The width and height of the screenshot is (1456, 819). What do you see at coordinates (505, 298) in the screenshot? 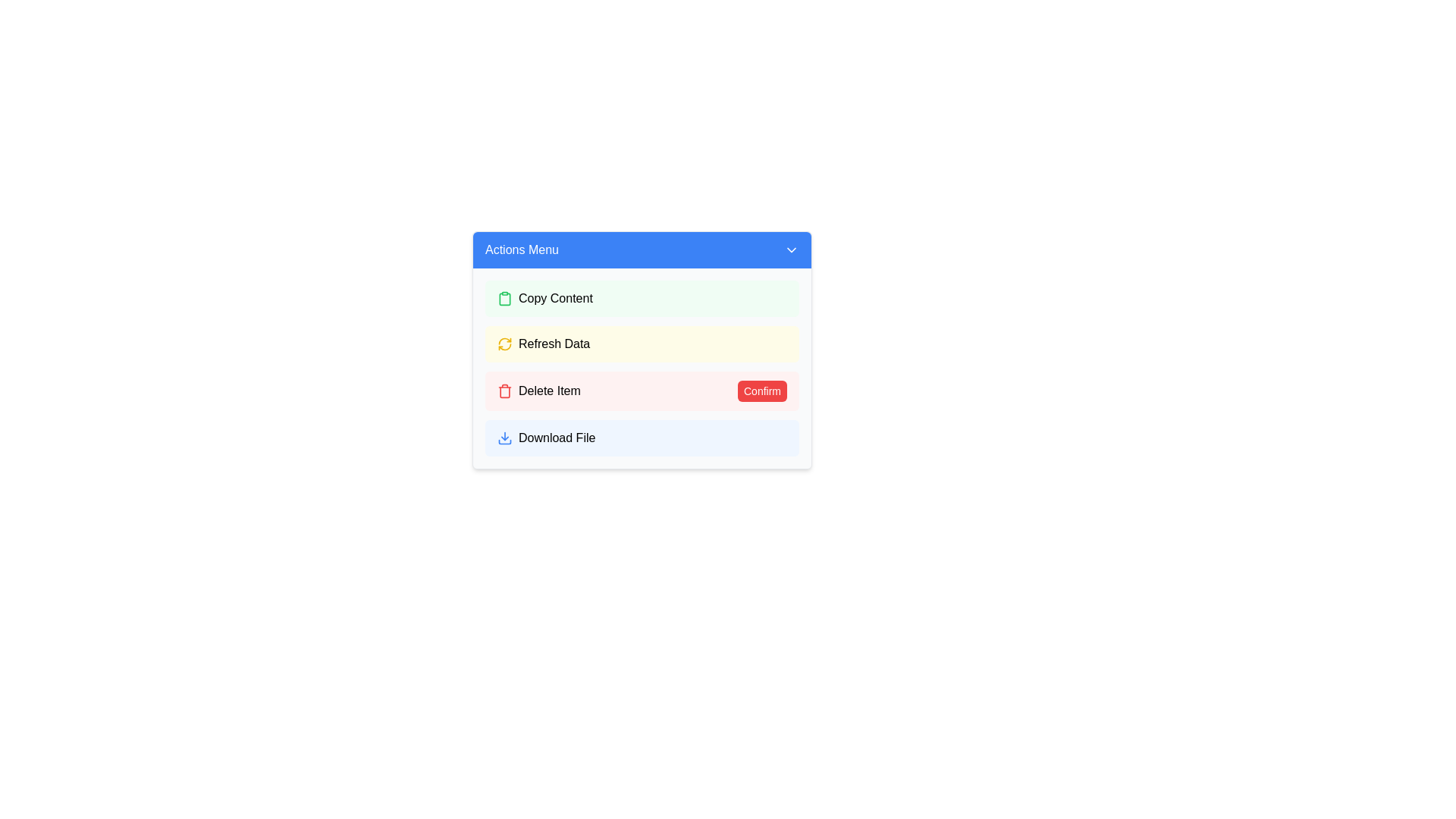
I see `the green clipboard icon located to the left of the 'Copy Content' menu item in the 'Actions Menu'` at bounding box center [505, 298].